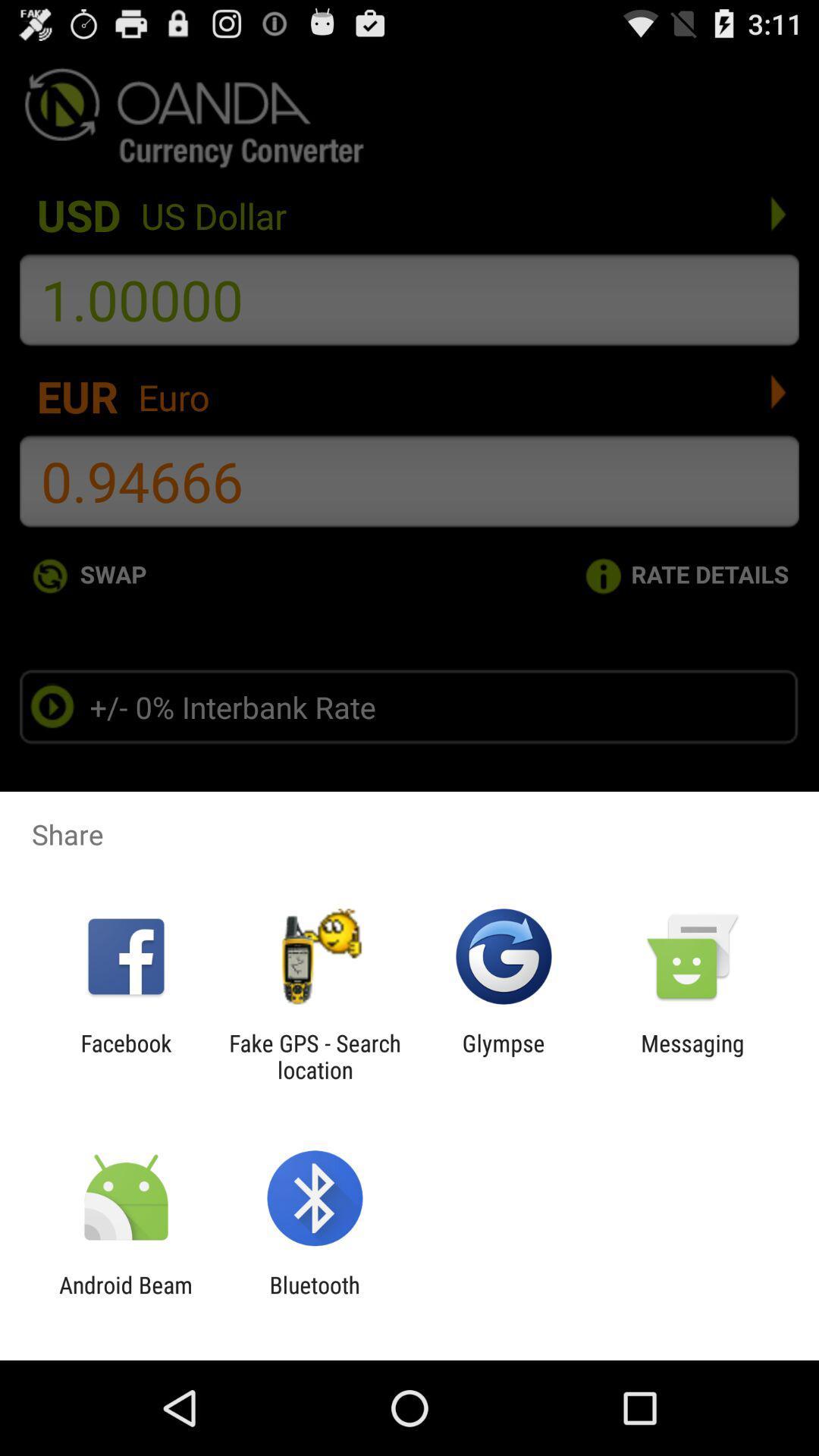 The width and height of the screenshot is (819, 1456). What do you see at coordinates (125, 1298) in the screenshot?
I see `android beam icon` at bounding box center [125, 1298].